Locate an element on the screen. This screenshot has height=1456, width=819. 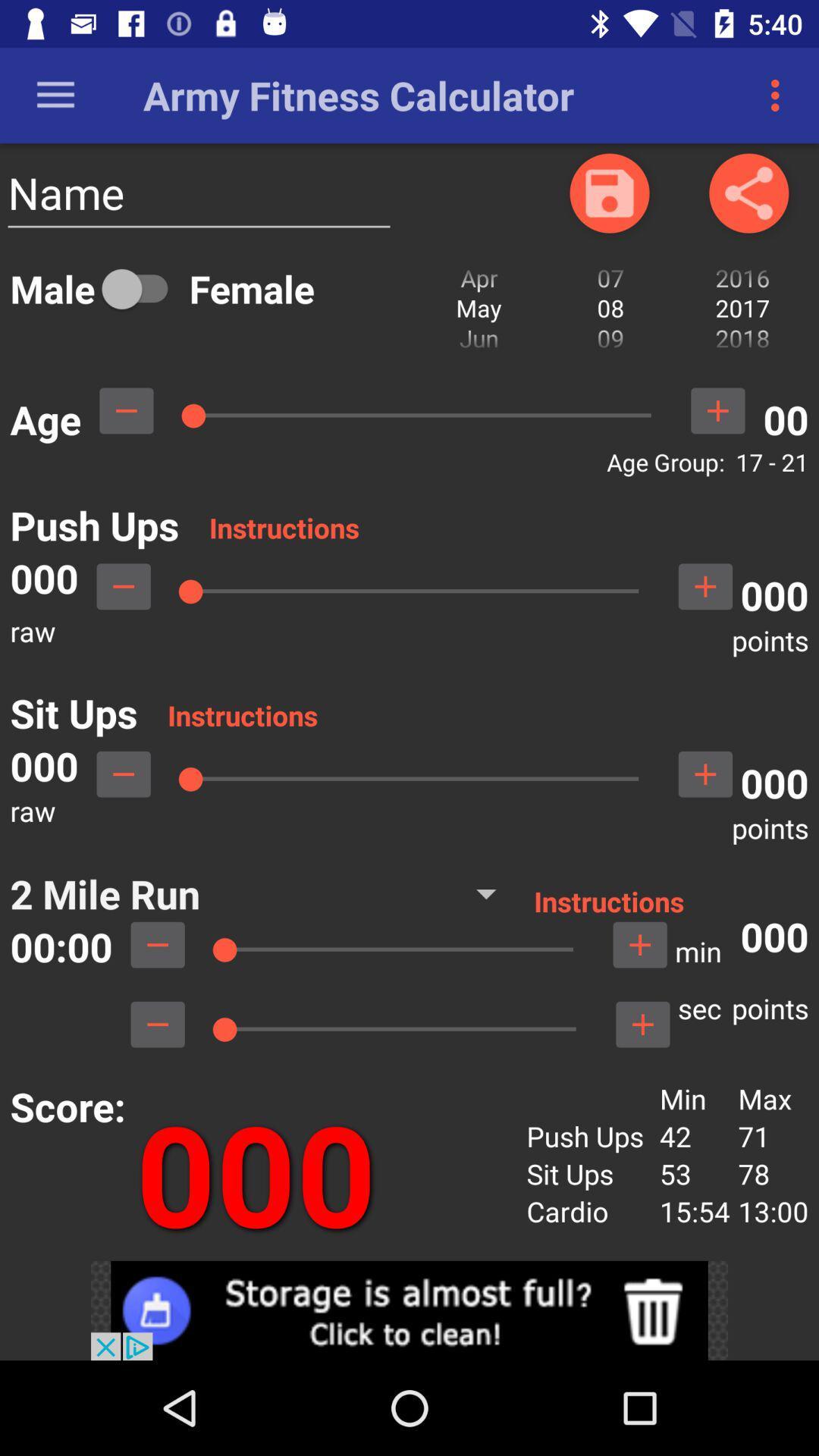
lower push ups count is located at coordinates (123, 585).